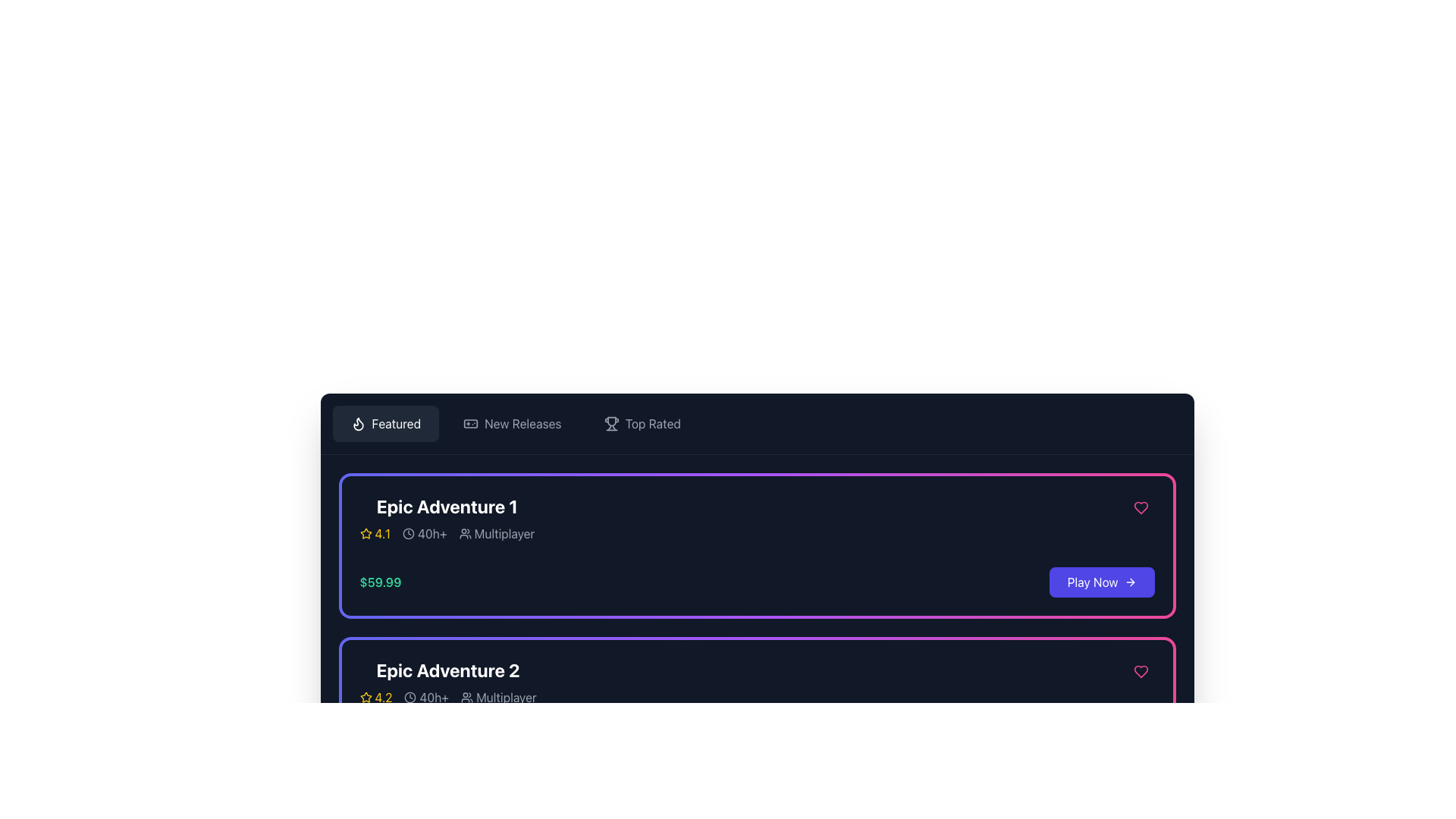  I want to click on the circular clock icon located to the left of the text '40h+' beneath the title 'Epic Adventure 1' in the card layout, so click(408, 533).